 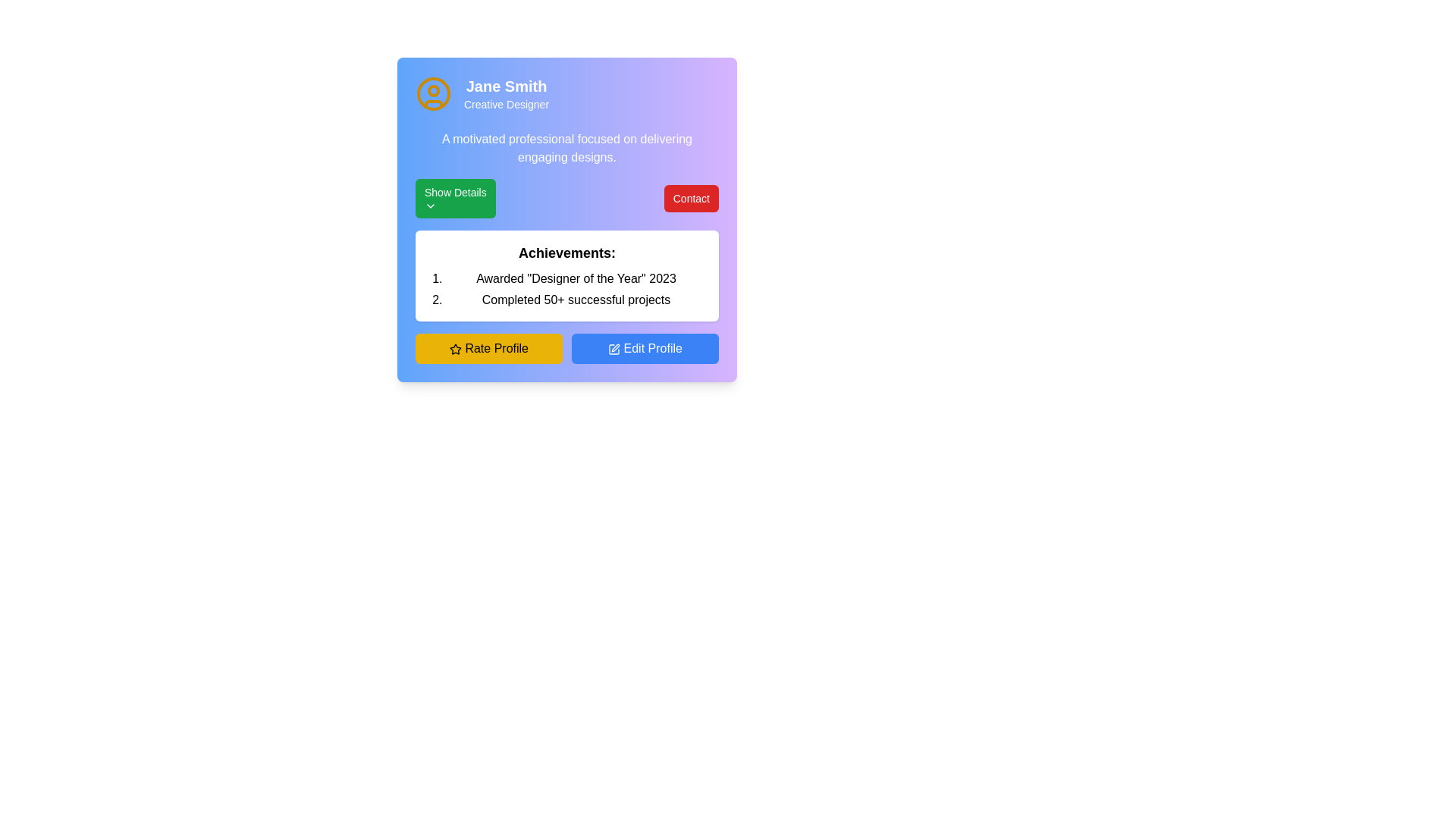 What do you see at coordinates (690, 198) in the screenshot?
I see `the contact action button located at the top-right corner of the card element` at bounding box center [690, 198].